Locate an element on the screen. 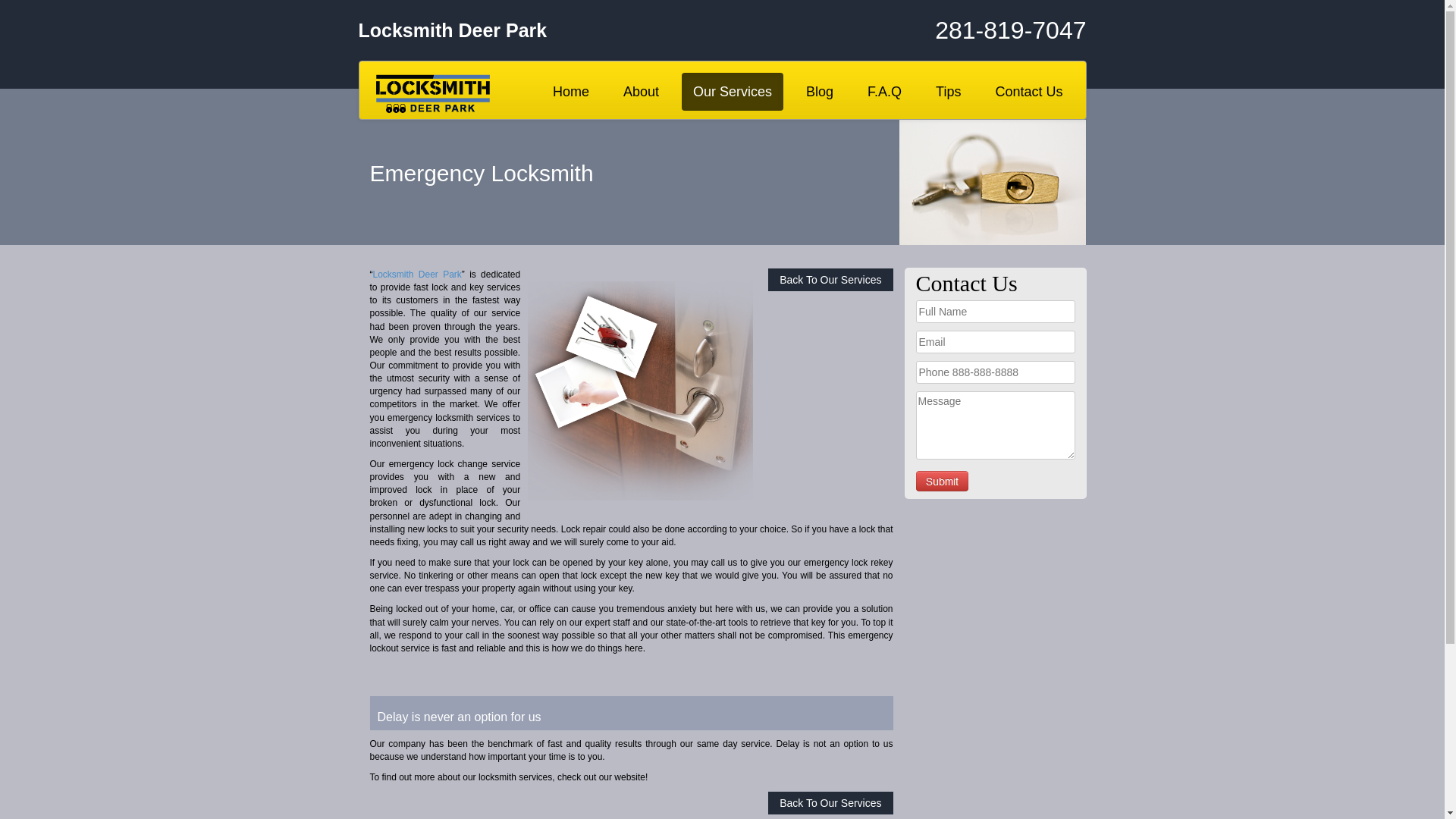 This screenshot has height=819, width=1456. 'Locksmith Deer Park' is located at coordinates (372, 275).